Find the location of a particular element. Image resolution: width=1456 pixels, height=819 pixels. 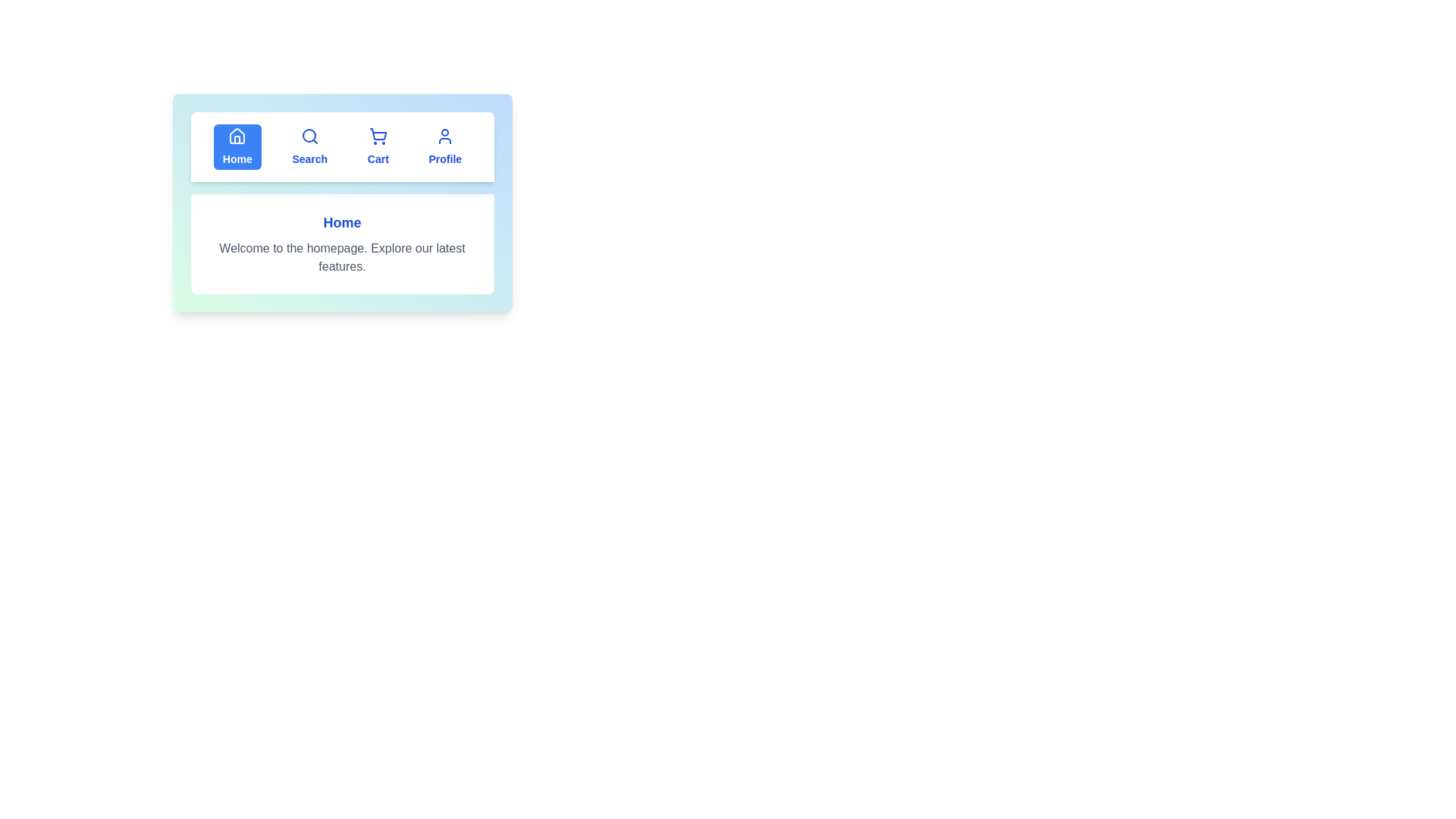

the tab Cart to view its content is located at coordinates (378, 146).